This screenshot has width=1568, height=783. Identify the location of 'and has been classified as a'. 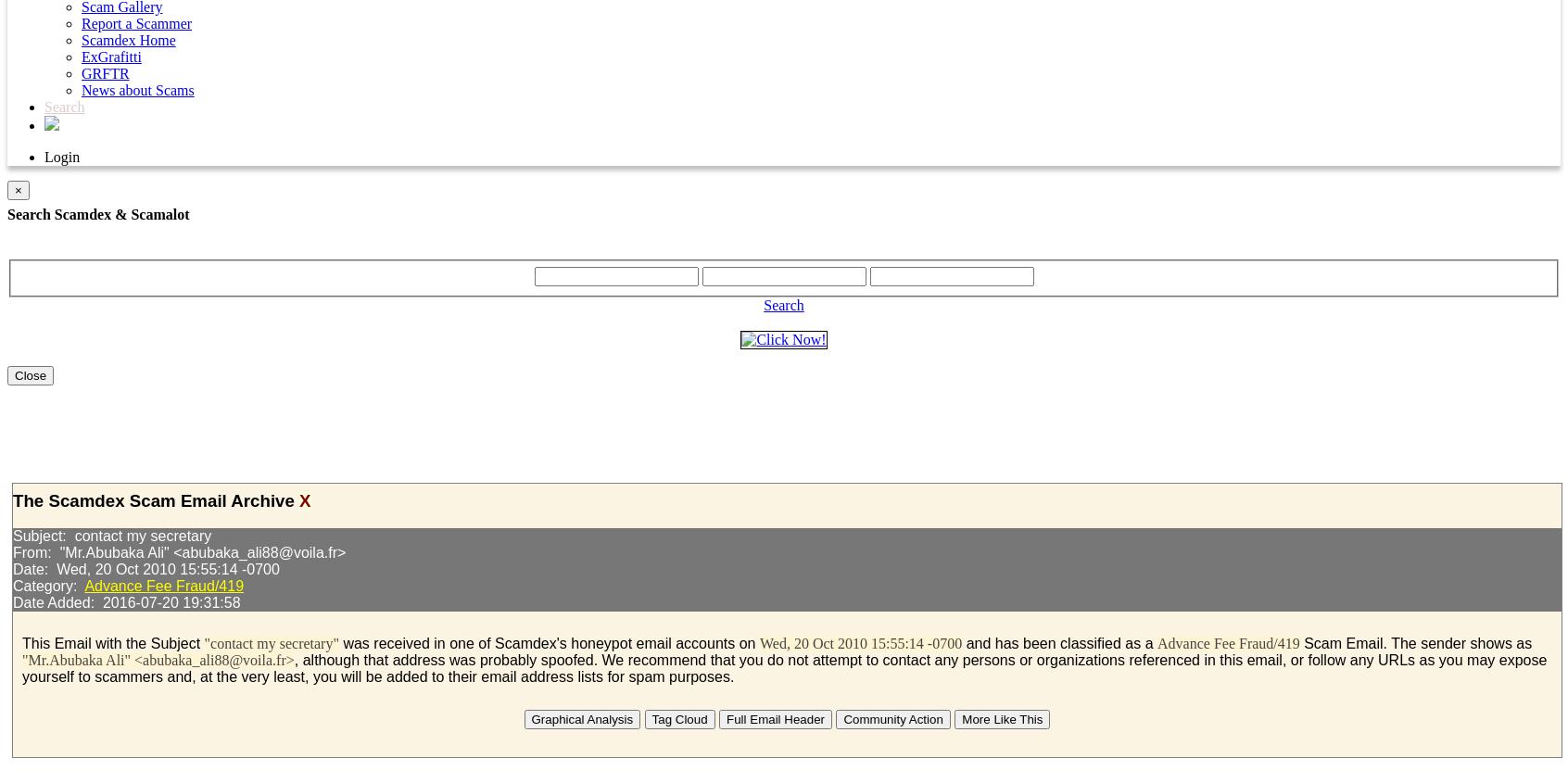
(1058, 642).